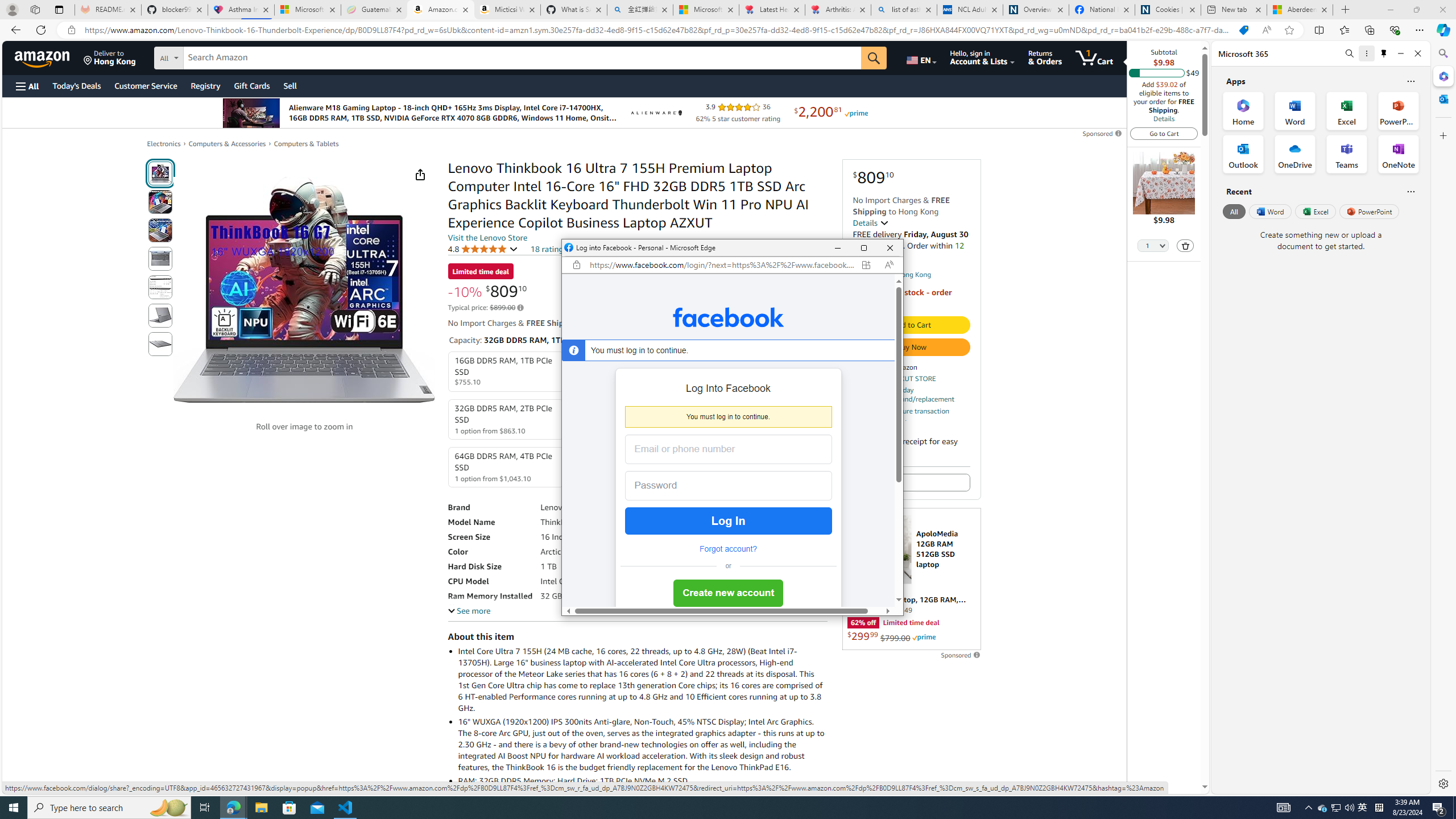  What do you see at coordinates (1283, 806) in the screenshot?
I see `'AutomationID: 4105'` at bounding box center [1283, 806].